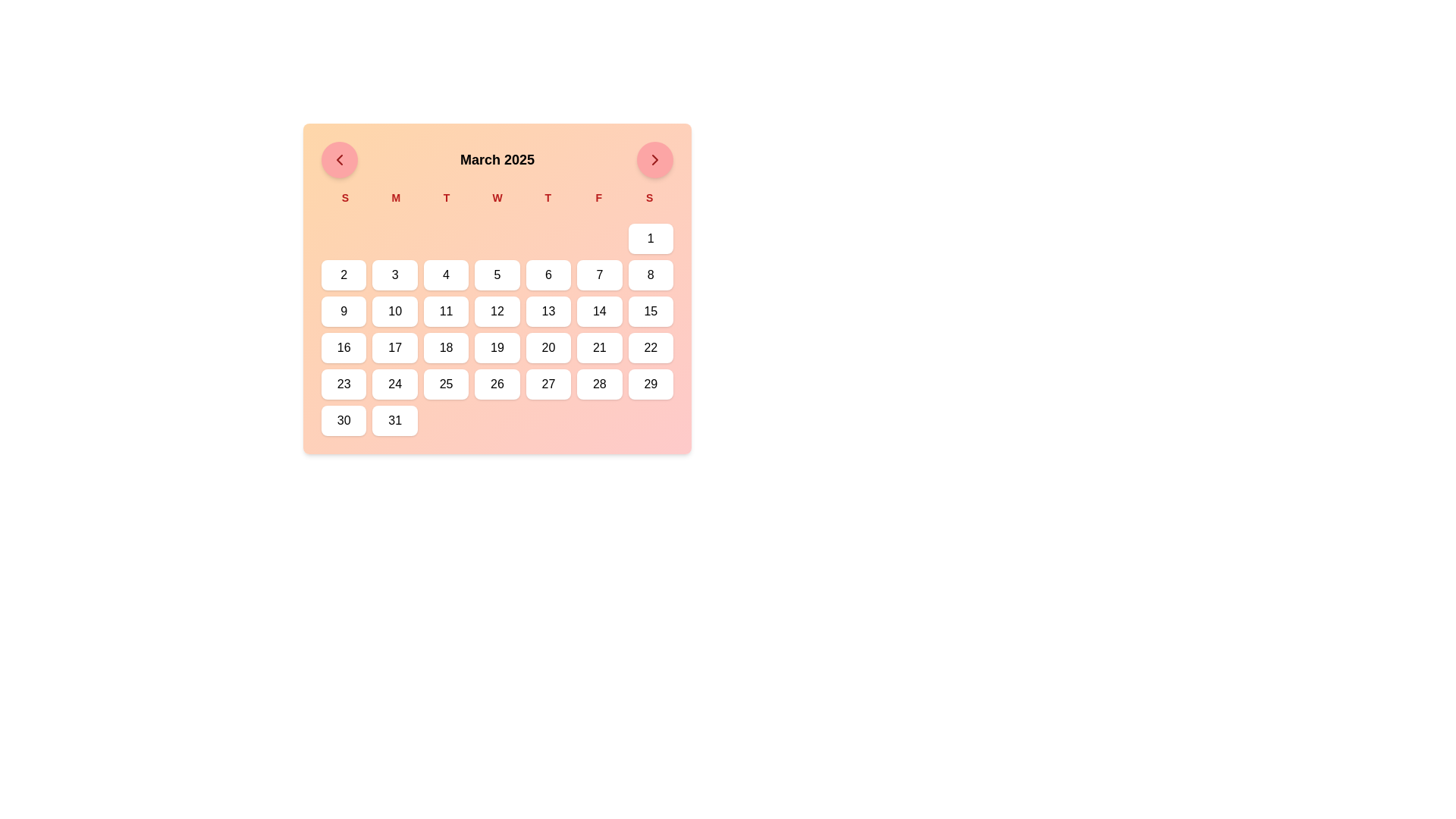  Describe the element at coordinates (343, 383) in the screenshot. I see `the button displaying the number '23'` at that location.